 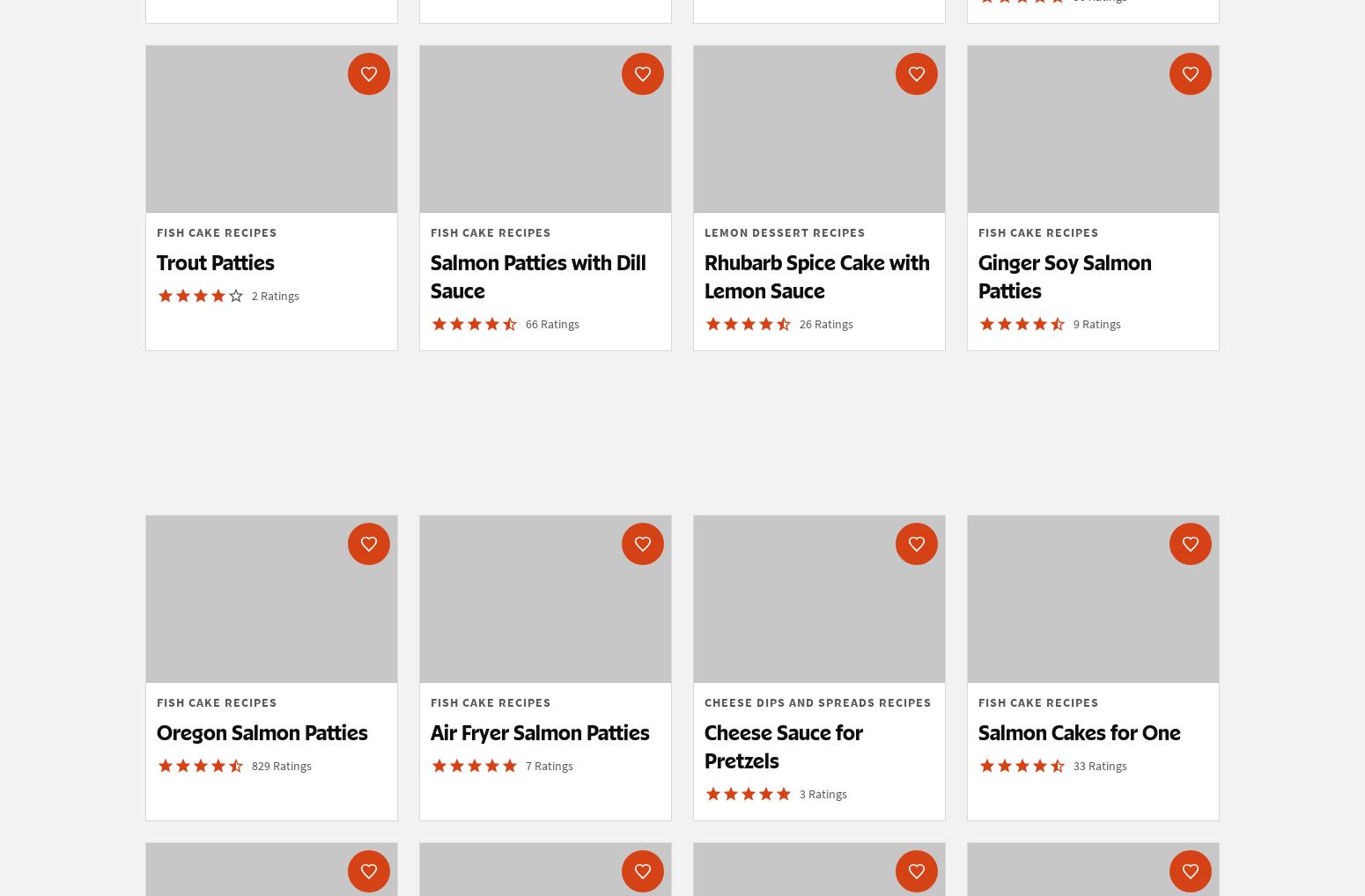 I want to click on '829', so click(x=262, y=764).